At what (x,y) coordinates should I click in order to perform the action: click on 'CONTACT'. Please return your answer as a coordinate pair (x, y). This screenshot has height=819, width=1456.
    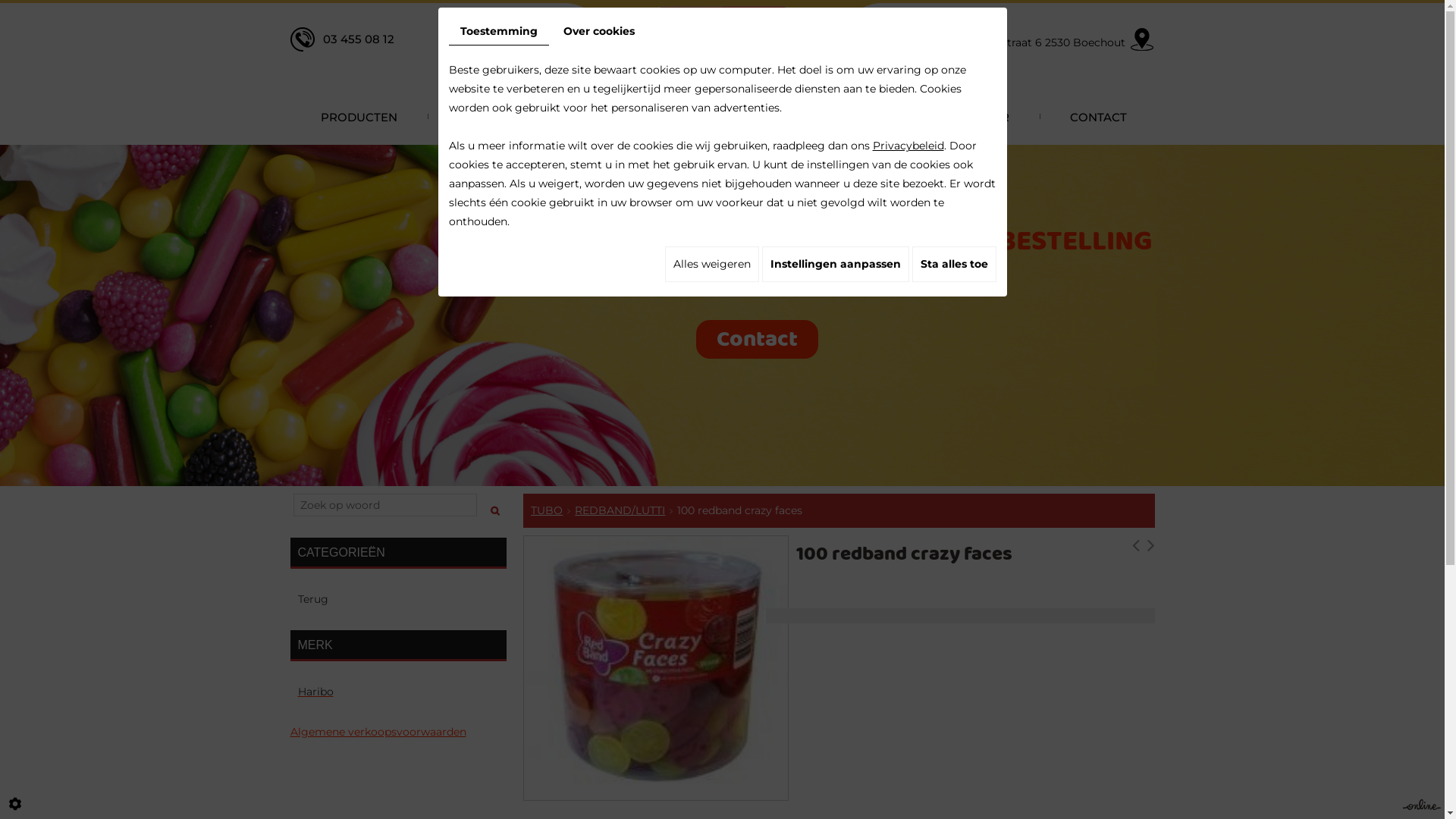
    Looking at the image, I should click on (1097, 115).